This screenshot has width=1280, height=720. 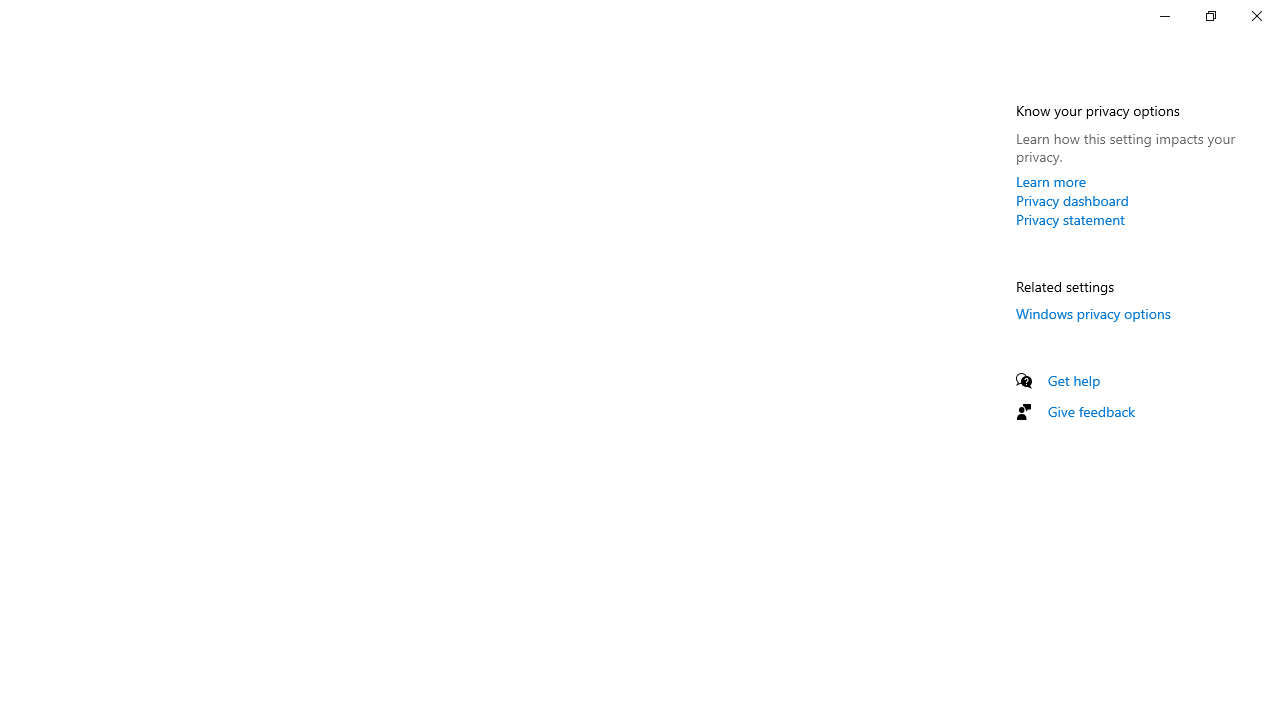 I want to click on 'Give feedback', so click(x=1090, y=410).